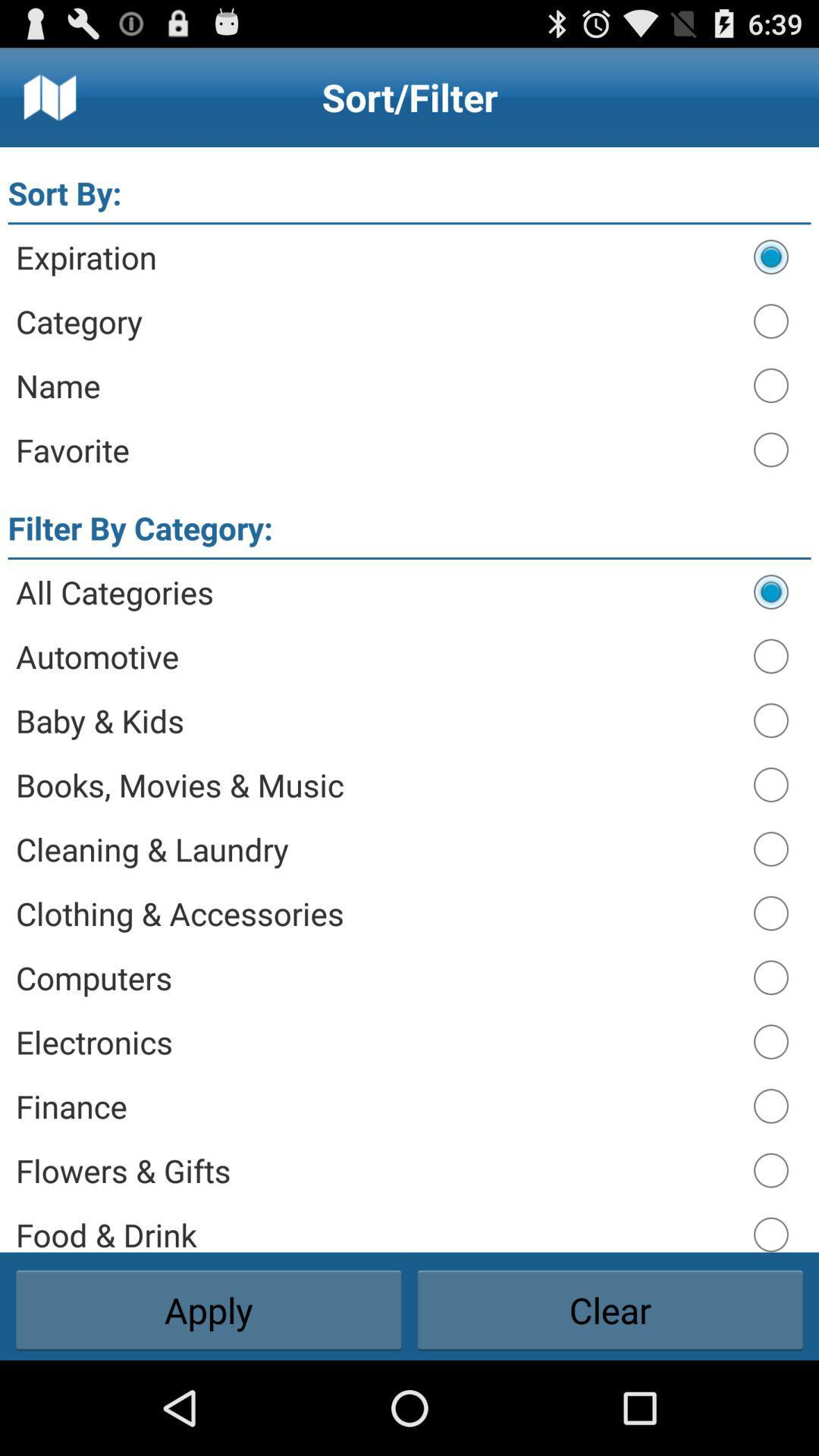 The width and height of the screenshot is (819, 1456). I want to click on the app above the expiration, so click(409, 222).